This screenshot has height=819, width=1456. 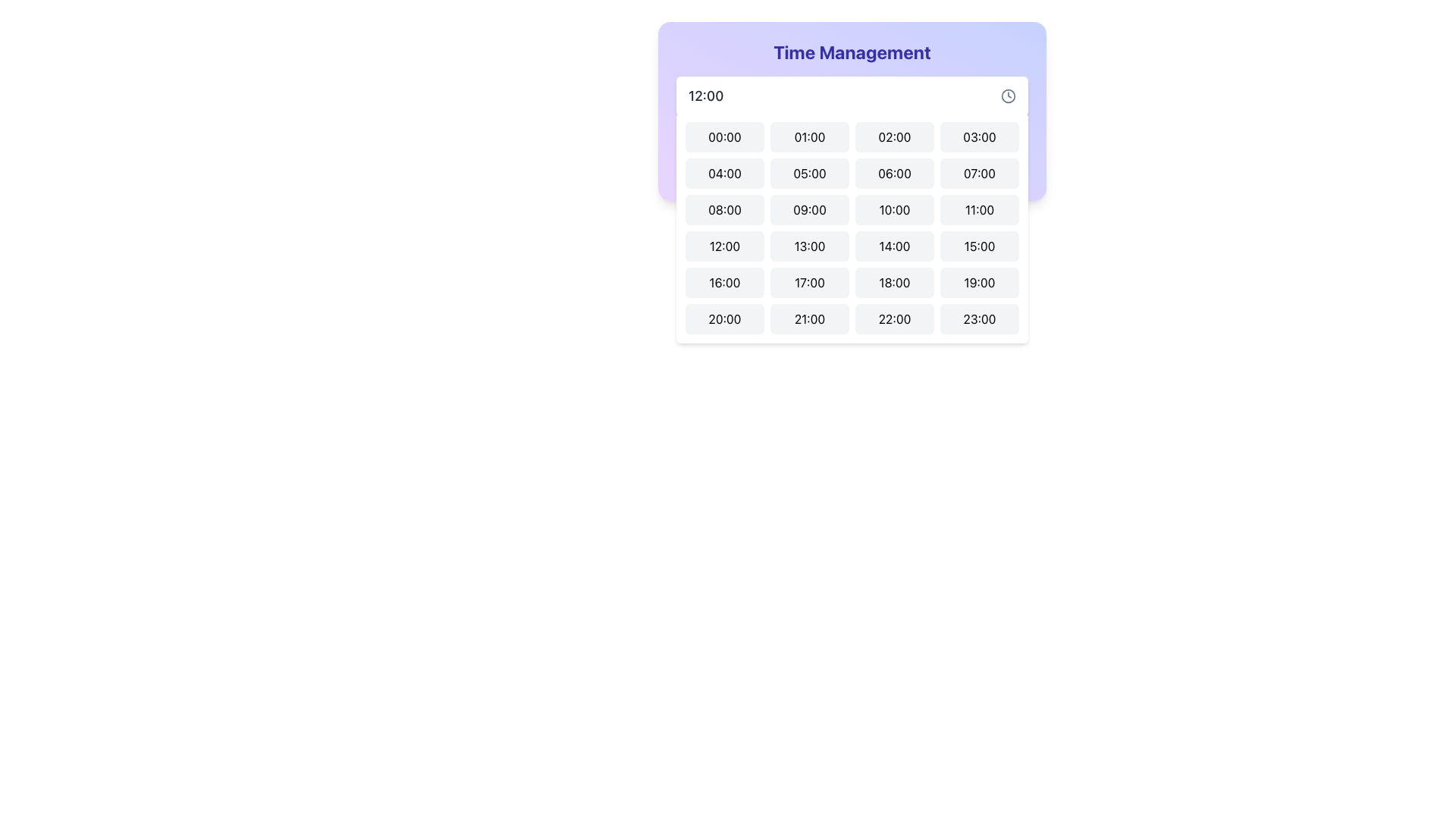 What do you see at coordinates (723, 318) in the screenshot?
I see `the time selection button displaying '20:00' in the first column of the sixth row within the time-picker dropdown interface` at bounding box center [723, 318].